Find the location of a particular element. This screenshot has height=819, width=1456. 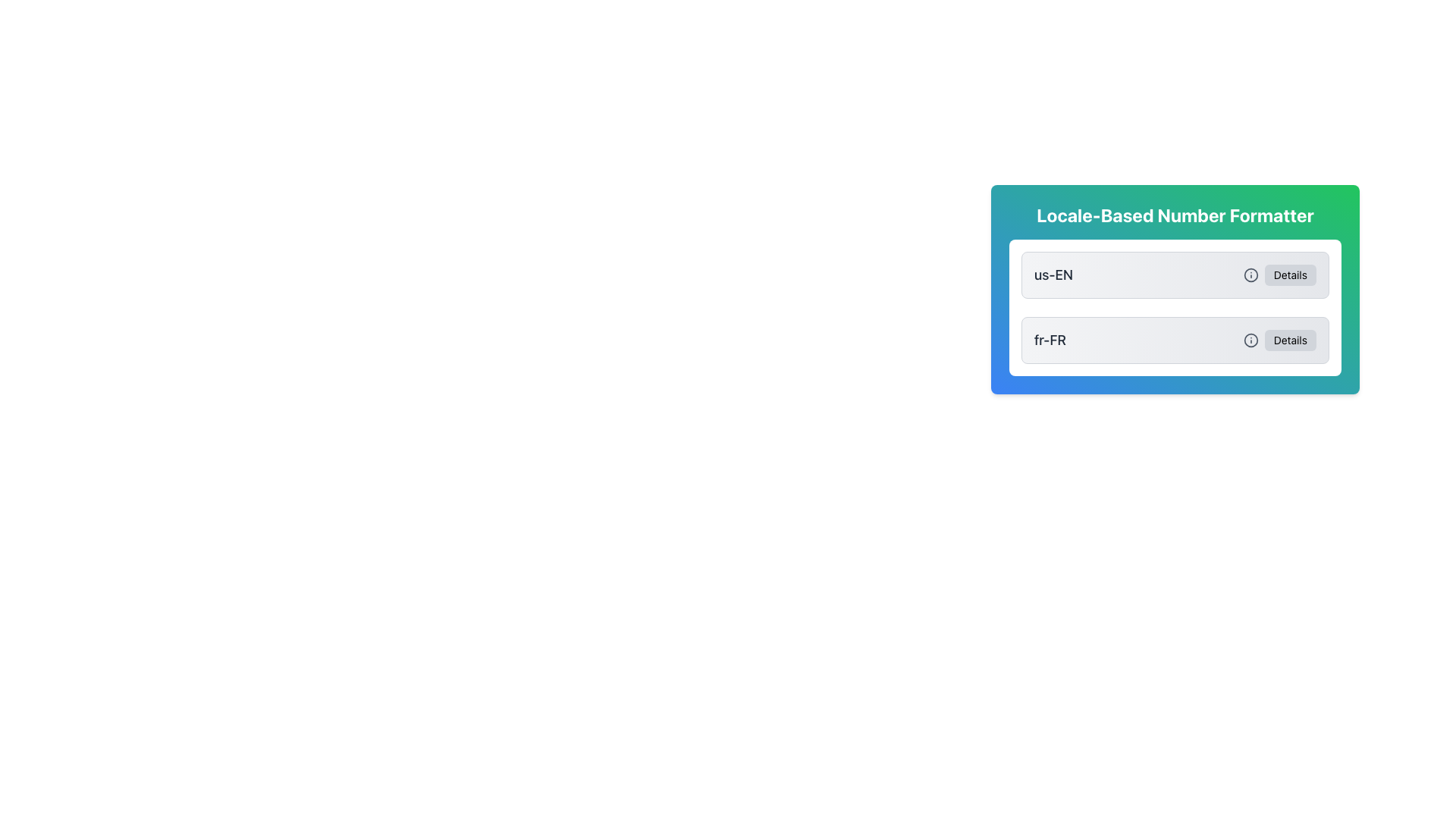

the circular graphic element within the SVG icon located next to the 'fr-FR' label, which is part of the 'Details' button is located at coordinates (1250, 339).